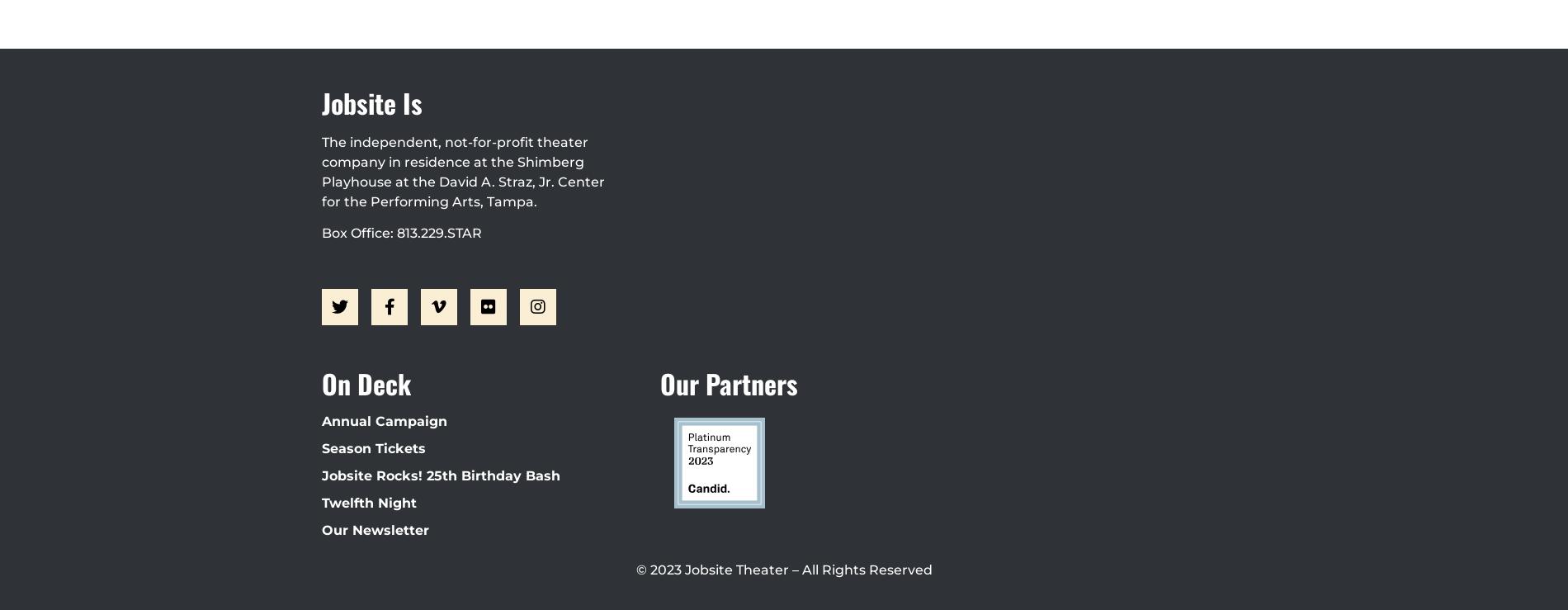  I want to click on 'Jobsite Is', so click(371, 102).